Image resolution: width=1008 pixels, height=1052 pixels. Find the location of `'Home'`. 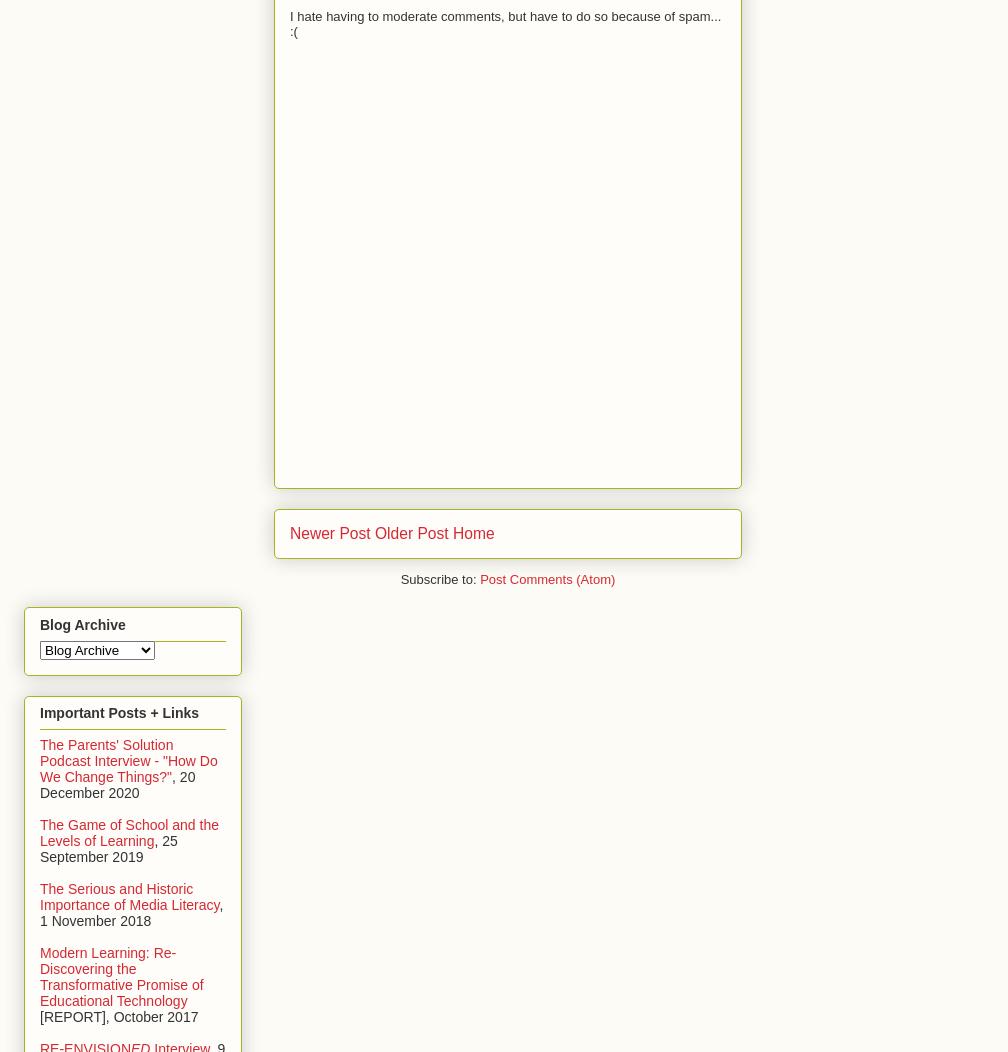

'Home' is located at coordinates (472, 533).